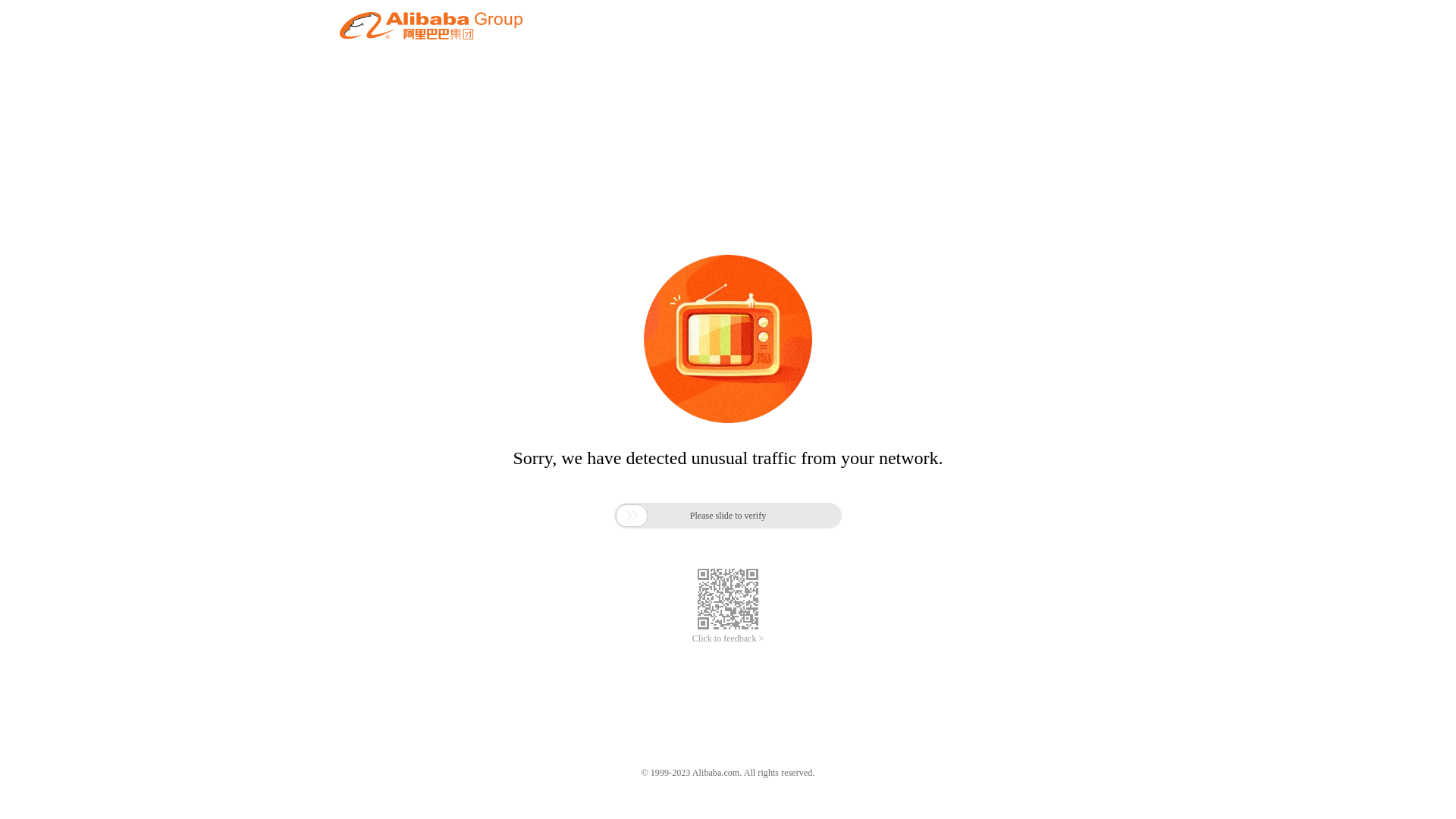 Image resolution: width=1456 pixels, height=819 pixels. What do you see at coordinates (728, 639) in the screenshot?
I see `'Click to feedback >'` at bounding box center [728, 639].